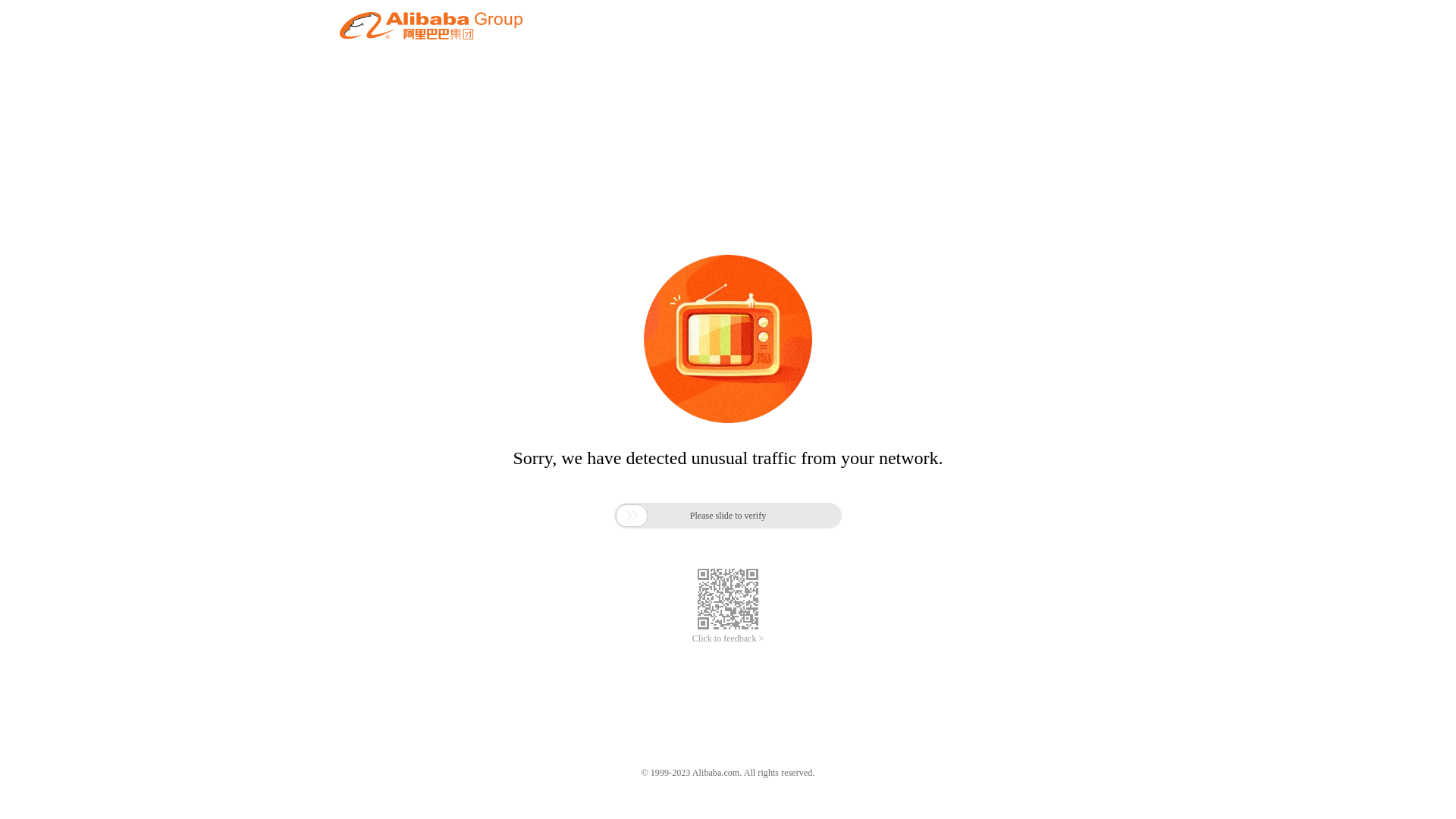 Image resolution: width=1456 pixels, height=819 pixels. What do you see at coordinates (728, 639) in the screenshot?
I see `'Click to feedback >'` at bounding box center [728, 639].